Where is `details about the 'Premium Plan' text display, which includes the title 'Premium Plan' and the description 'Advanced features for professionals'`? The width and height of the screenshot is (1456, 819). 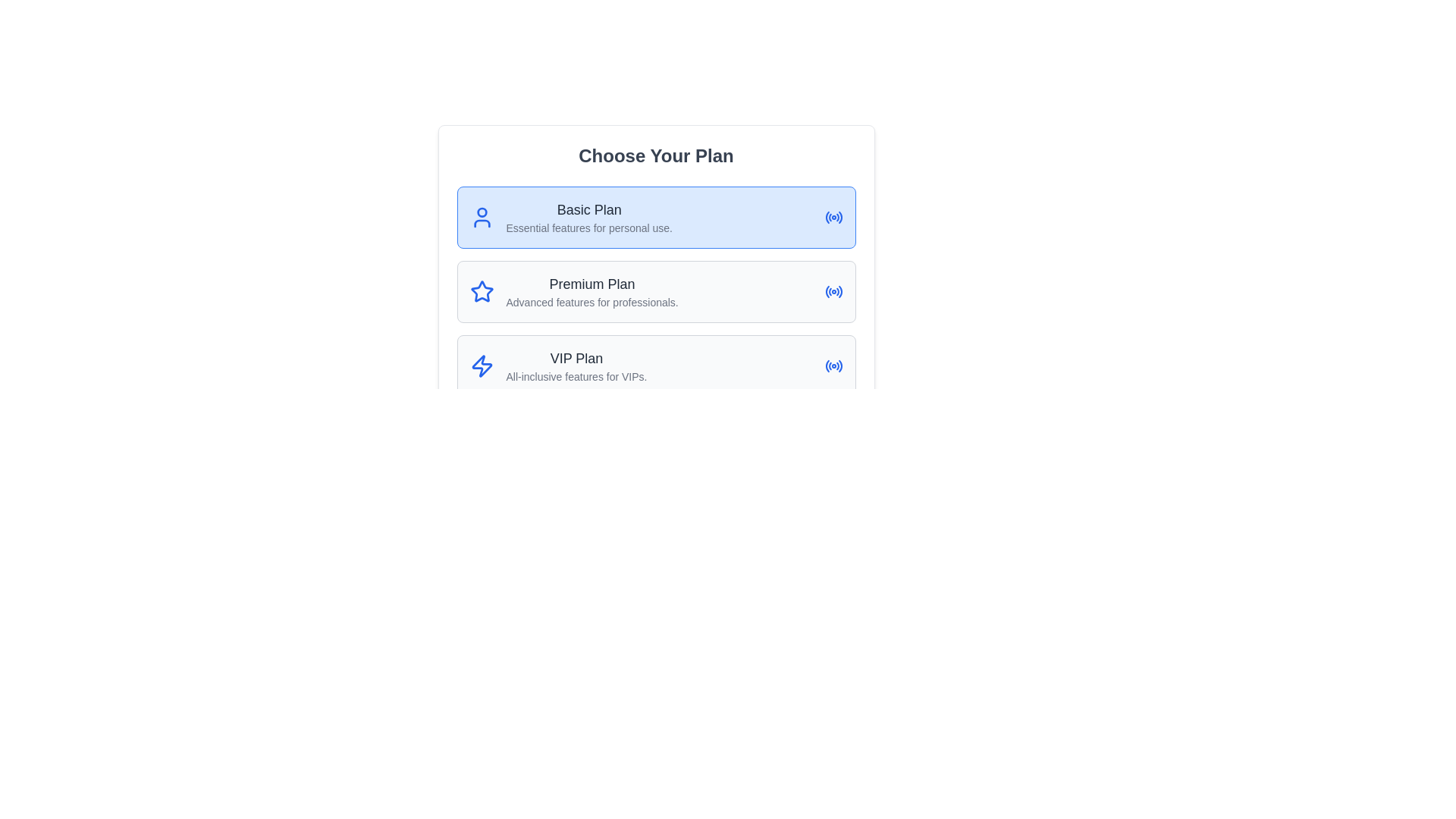 details about the 'Premium Plan' text display, which includes the title 'Premium Plan' and the description 'Advanced features for professionals' is located at coordinates (591, 292).